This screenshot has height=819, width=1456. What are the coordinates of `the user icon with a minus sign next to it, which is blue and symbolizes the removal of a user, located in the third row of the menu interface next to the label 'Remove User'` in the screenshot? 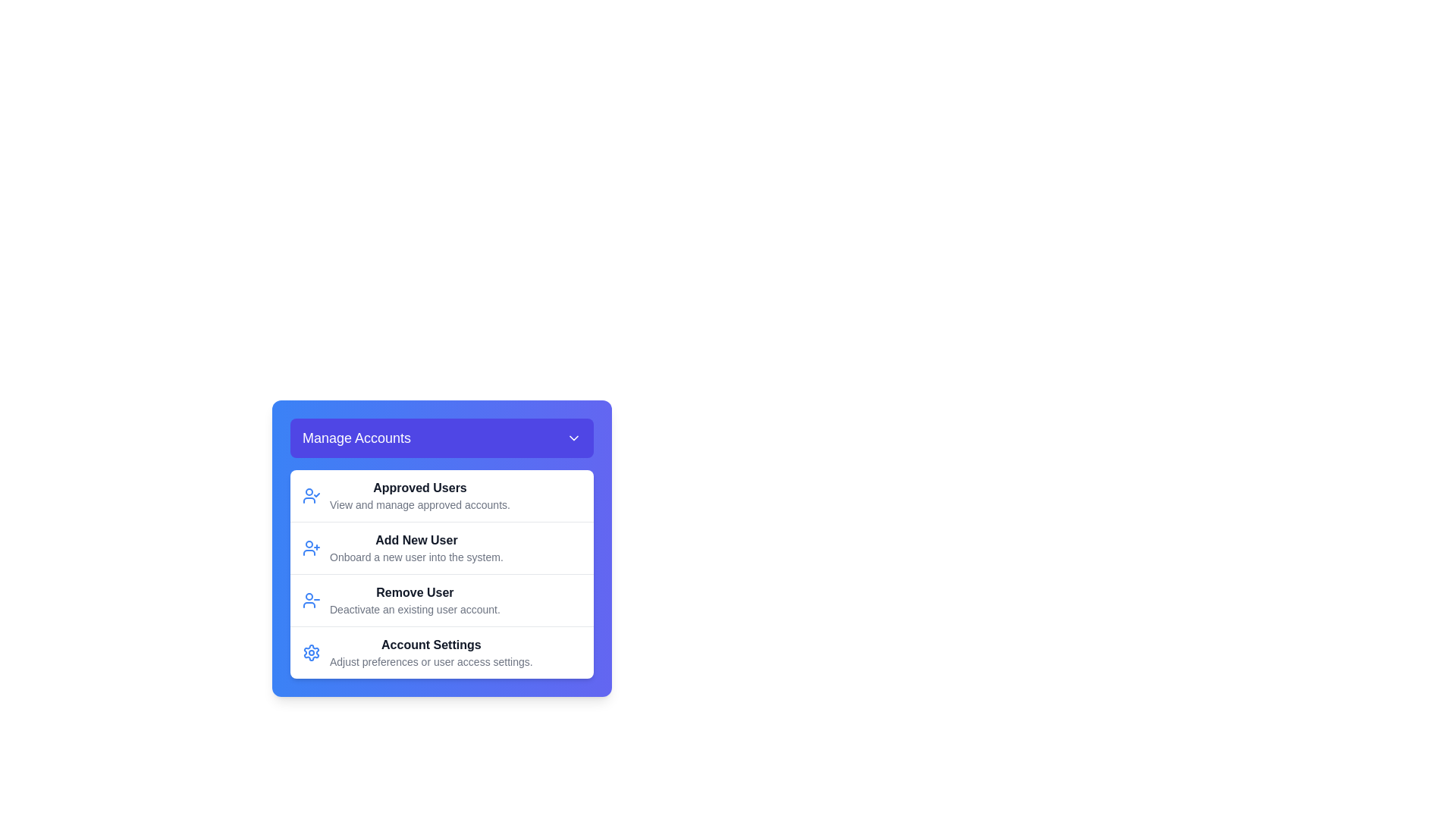 It's located at (311, 599).